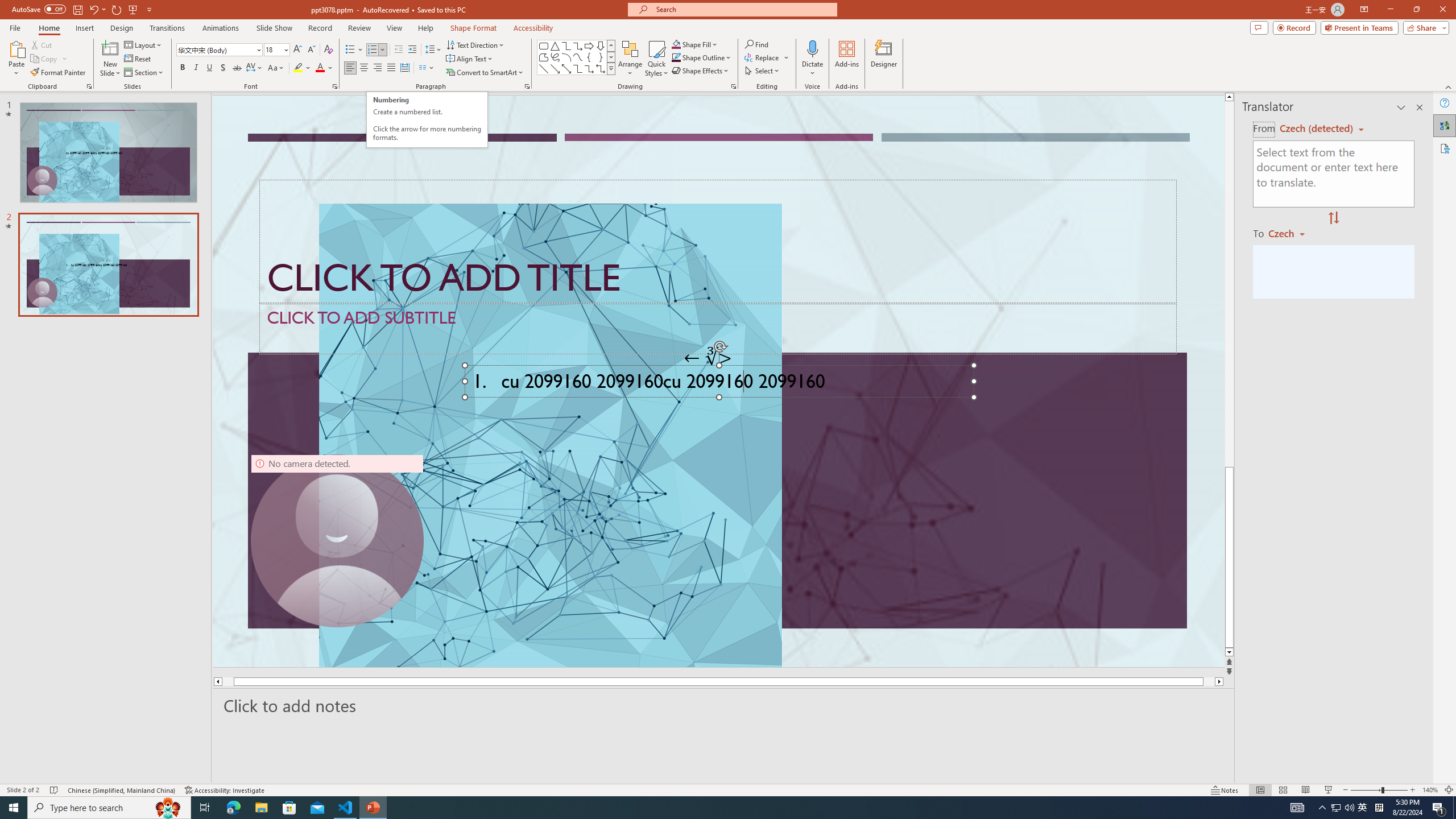 The height and width of the screenshot is (819, 1456). What do you see at coordinates (589, 45) in the screenshot?
I see `'Arrow: Right'` at bounding box center [589, 45].